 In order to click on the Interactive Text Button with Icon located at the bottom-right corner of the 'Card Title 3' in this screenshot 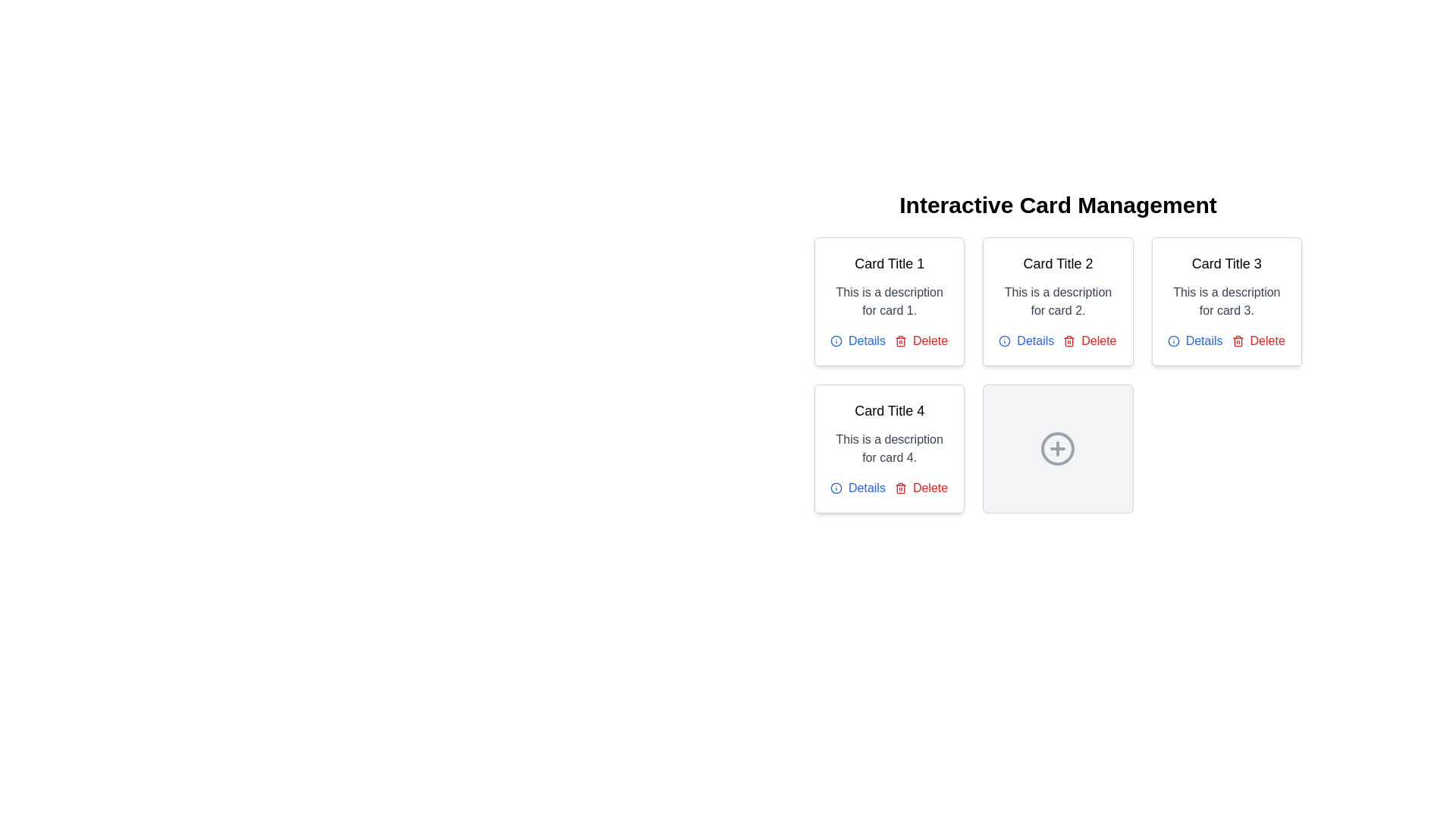, I will do `click(1258, 341)`.